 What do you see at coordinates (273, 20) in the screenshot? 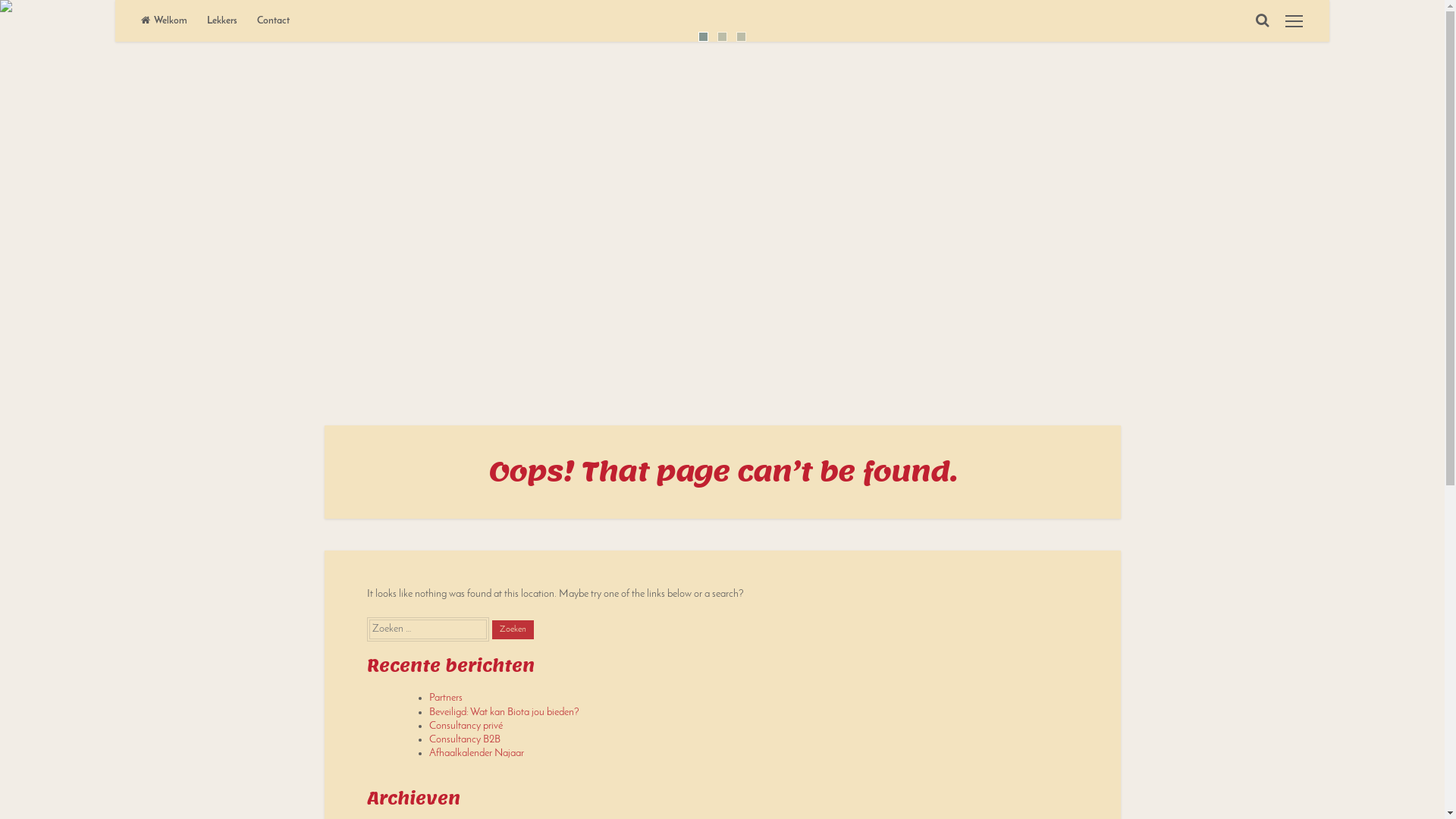
I see `'Contact'` at bounding box center [273, 20].